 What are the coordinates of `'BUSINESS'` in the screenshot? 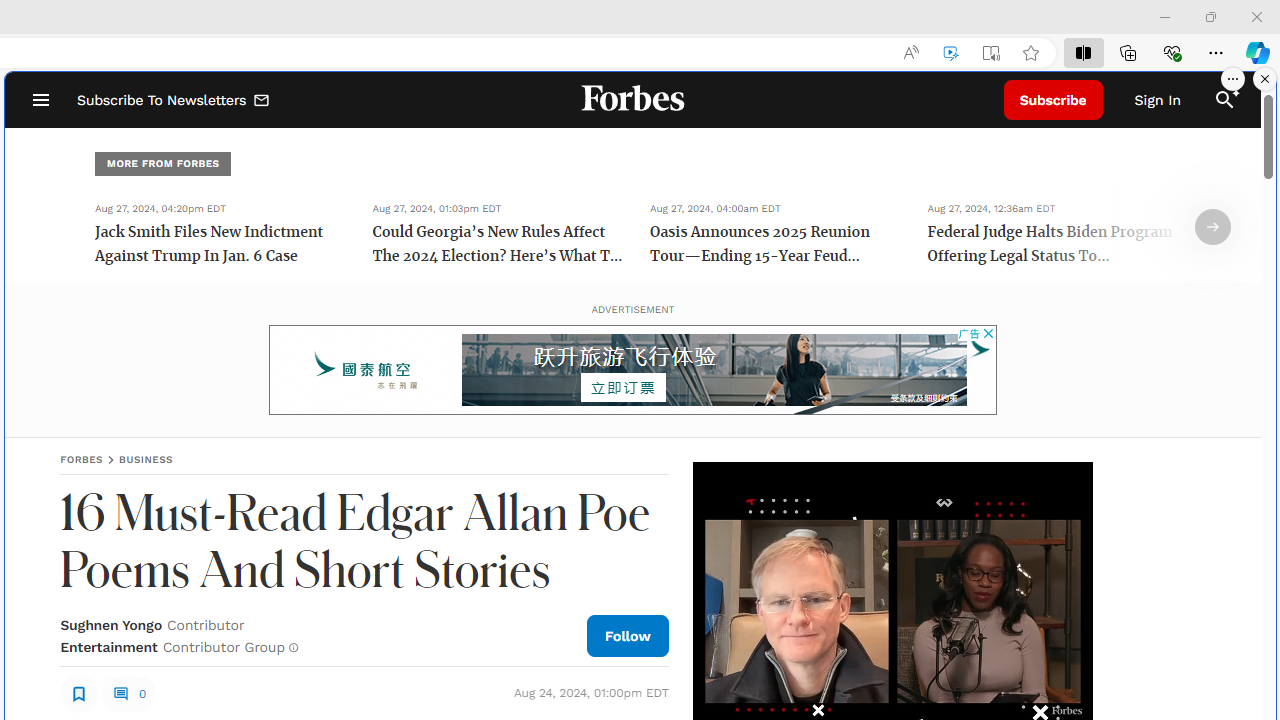 It's located at (144, 459).